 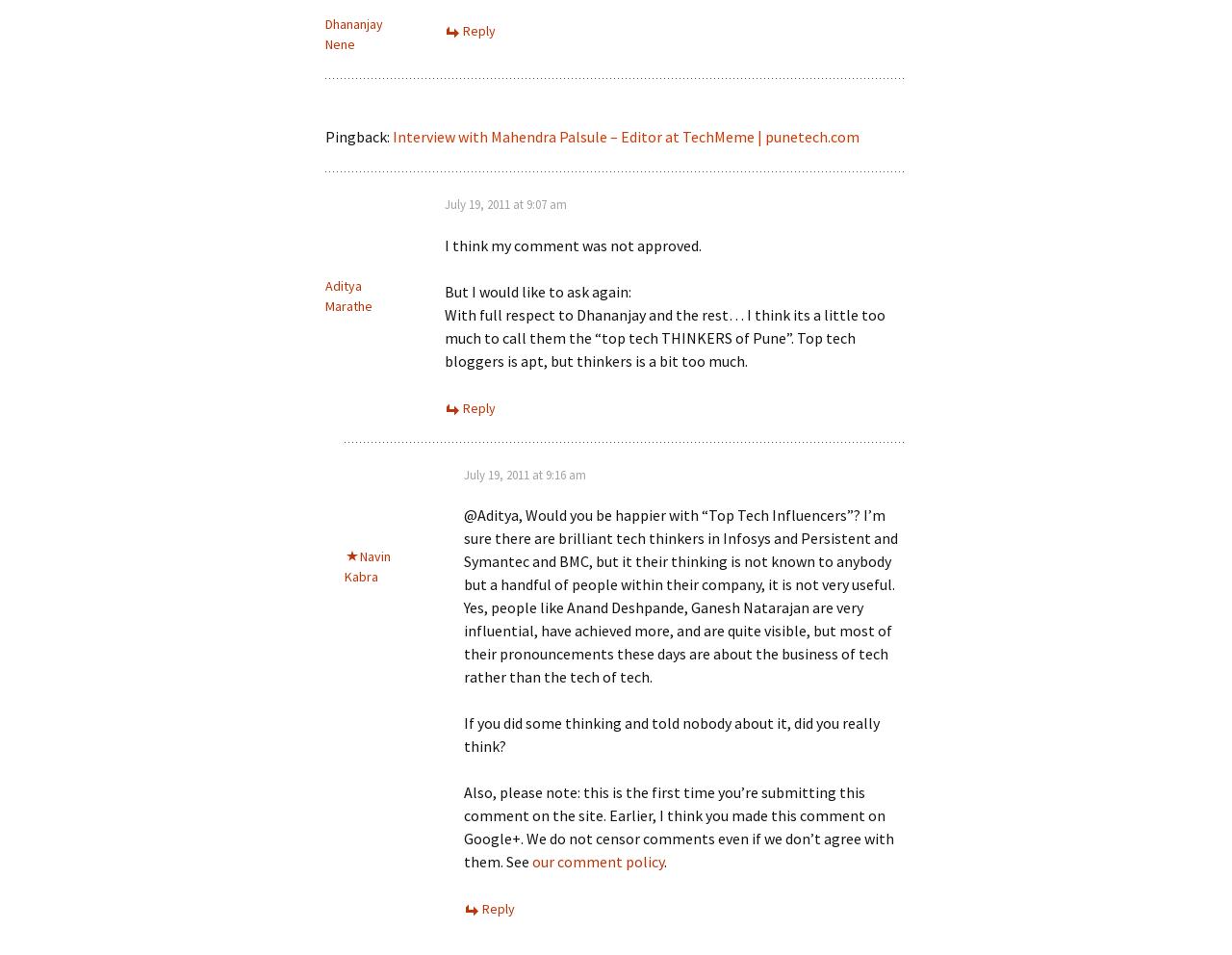 What do you see at coordinates (597, 861) in the screenshot?
I see `'our comment policy'` at bounding box center [597, 861].